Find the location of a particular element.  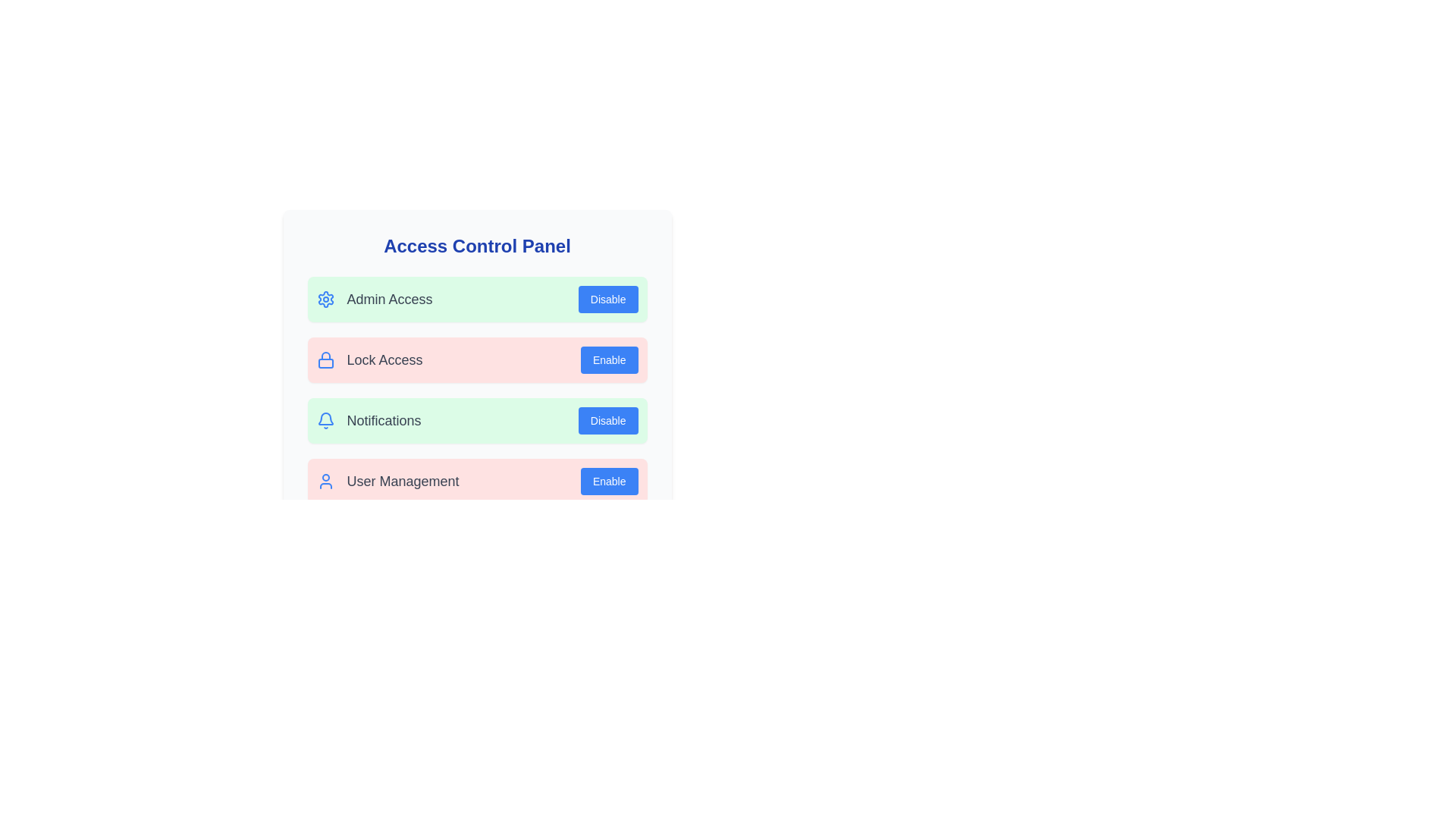

the button labeled Enable User Management is located at coordinates (608, 482).